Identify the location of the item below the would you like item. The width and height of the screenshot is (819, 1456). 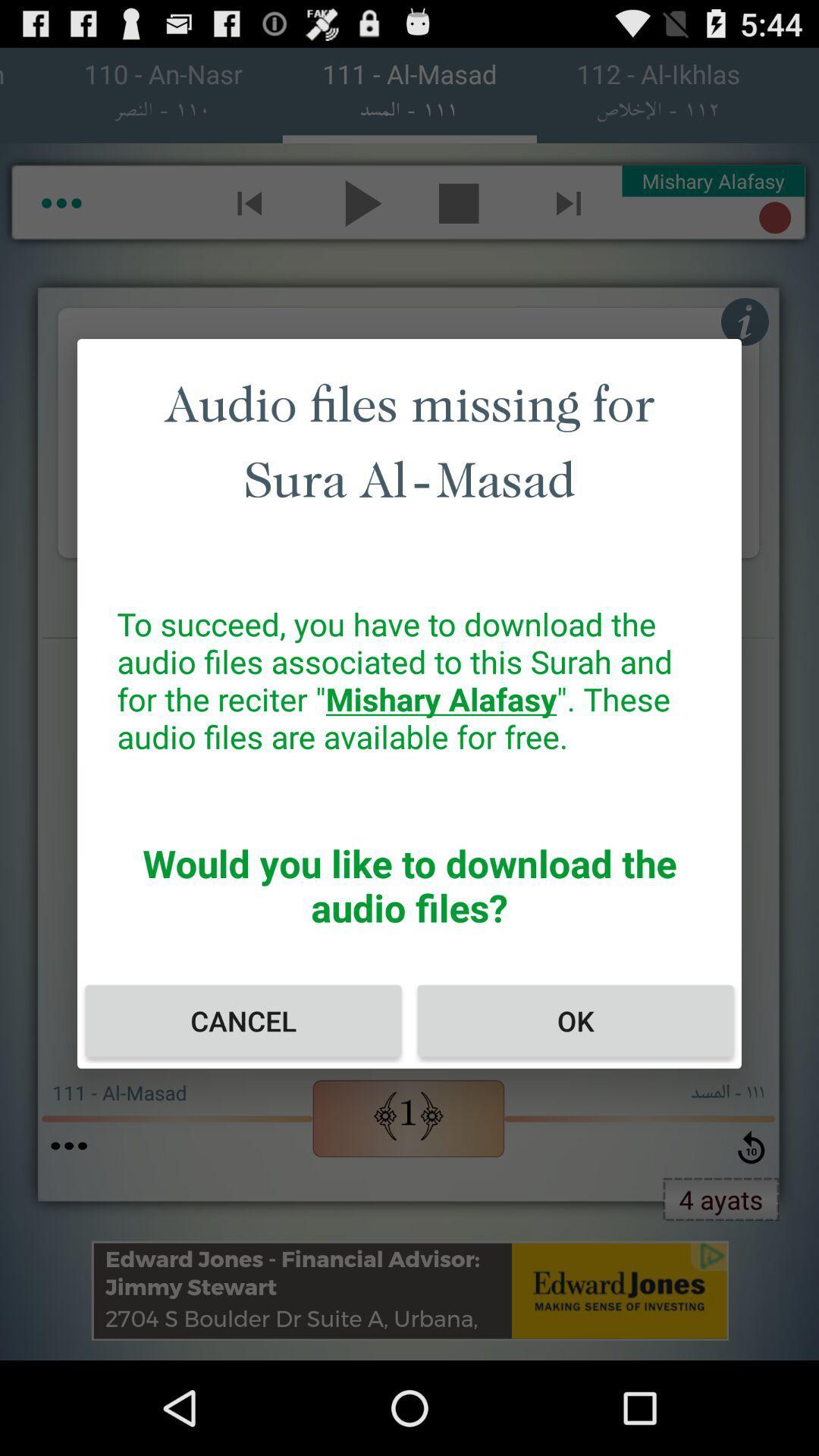
(242, 1021).